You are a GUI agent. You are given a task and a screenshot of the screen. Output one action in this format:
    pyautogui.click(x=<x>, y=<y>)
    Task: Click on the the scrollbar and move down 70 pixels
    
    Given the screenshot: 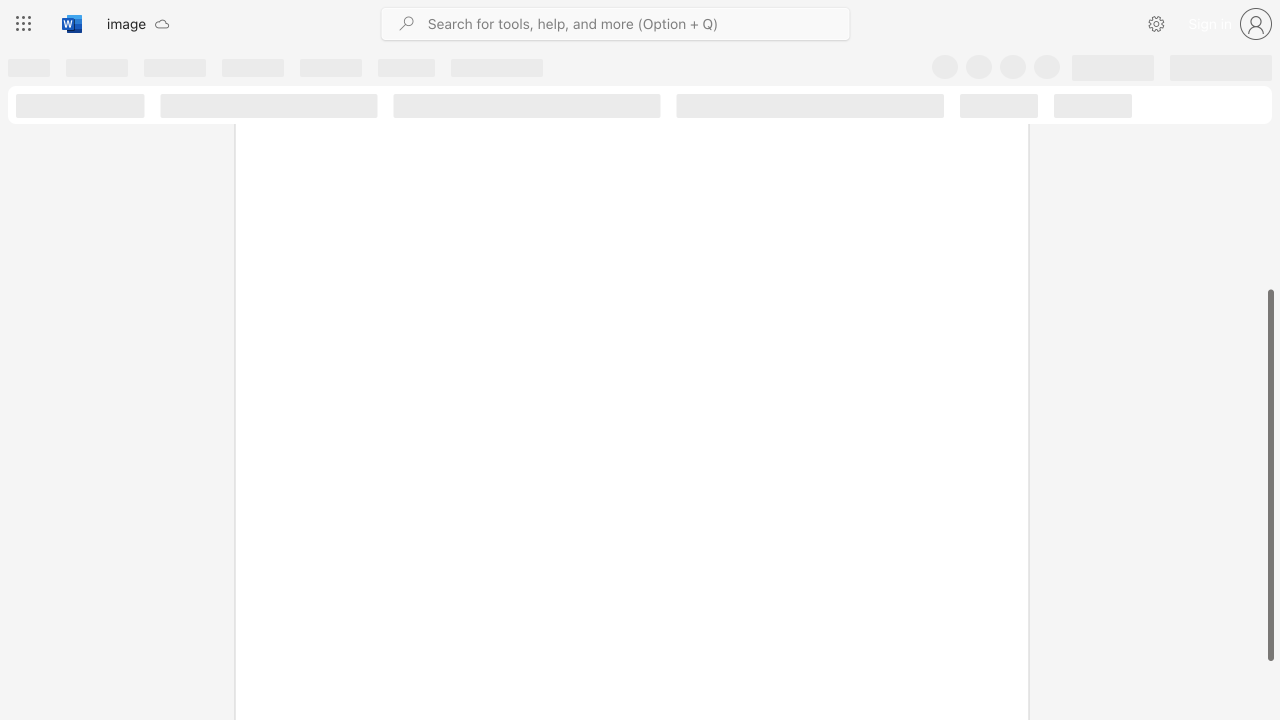 What is the action you would take?
    pyautogui.click(x=1269, y=475)
    